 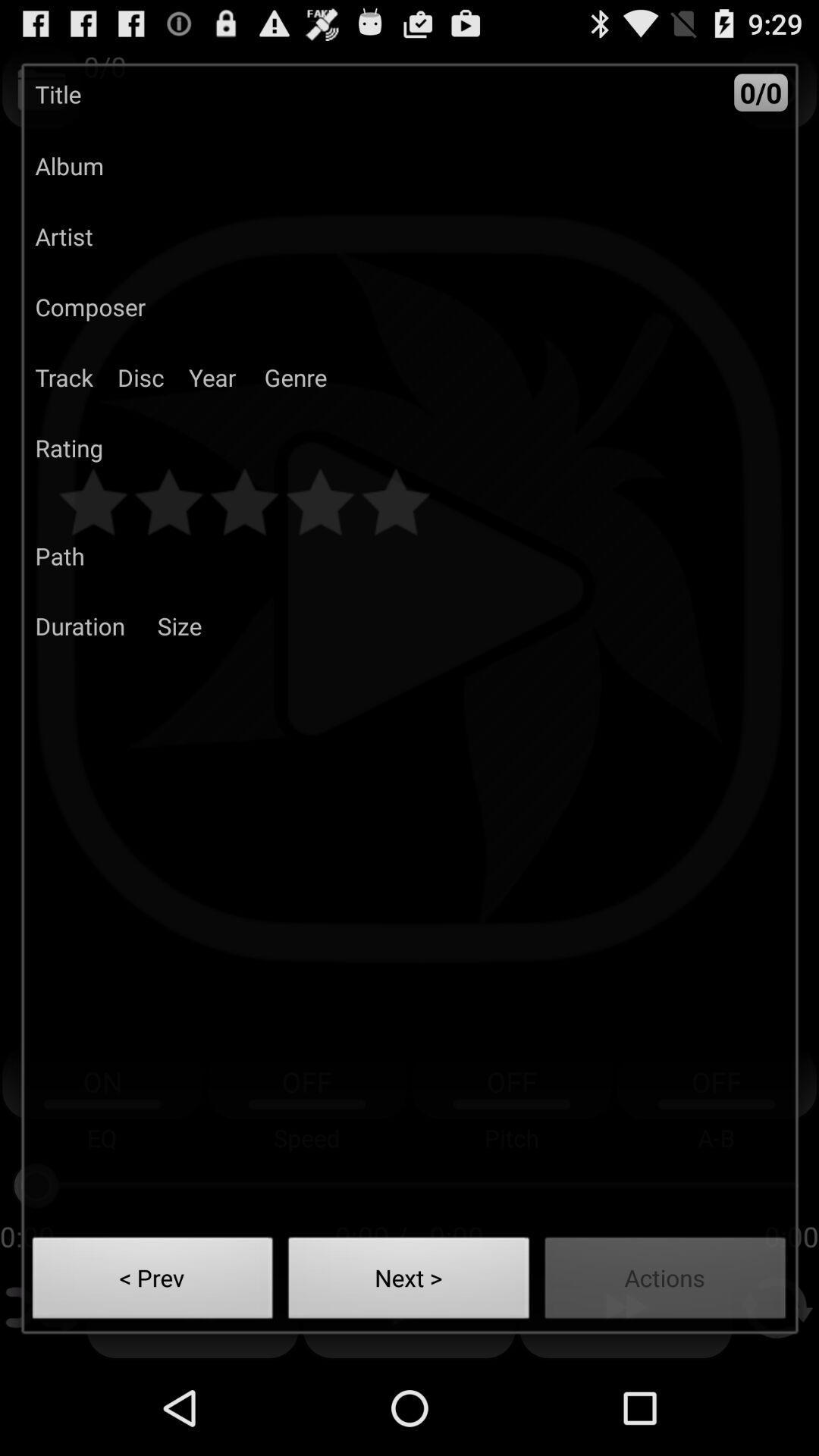 I want to click on the actions button, so click(x=664, y=1282).